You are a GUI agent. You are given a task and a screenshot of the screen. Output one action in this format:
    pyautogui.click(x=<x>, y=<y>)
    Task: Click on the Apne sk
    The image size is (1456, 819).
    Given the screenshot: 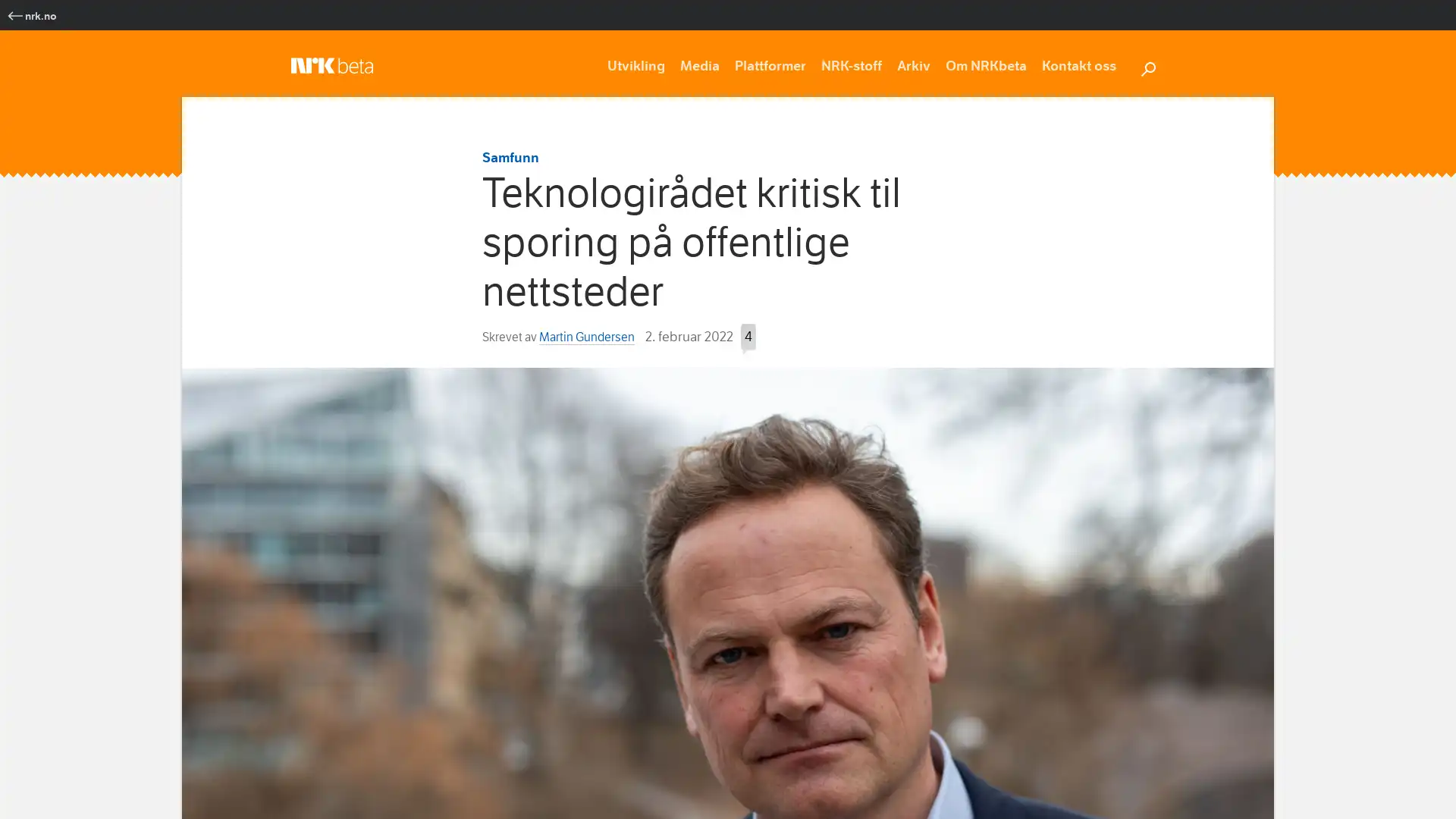 What is the action you would take?
    pyautogui.click(x=1147, y=66)
    